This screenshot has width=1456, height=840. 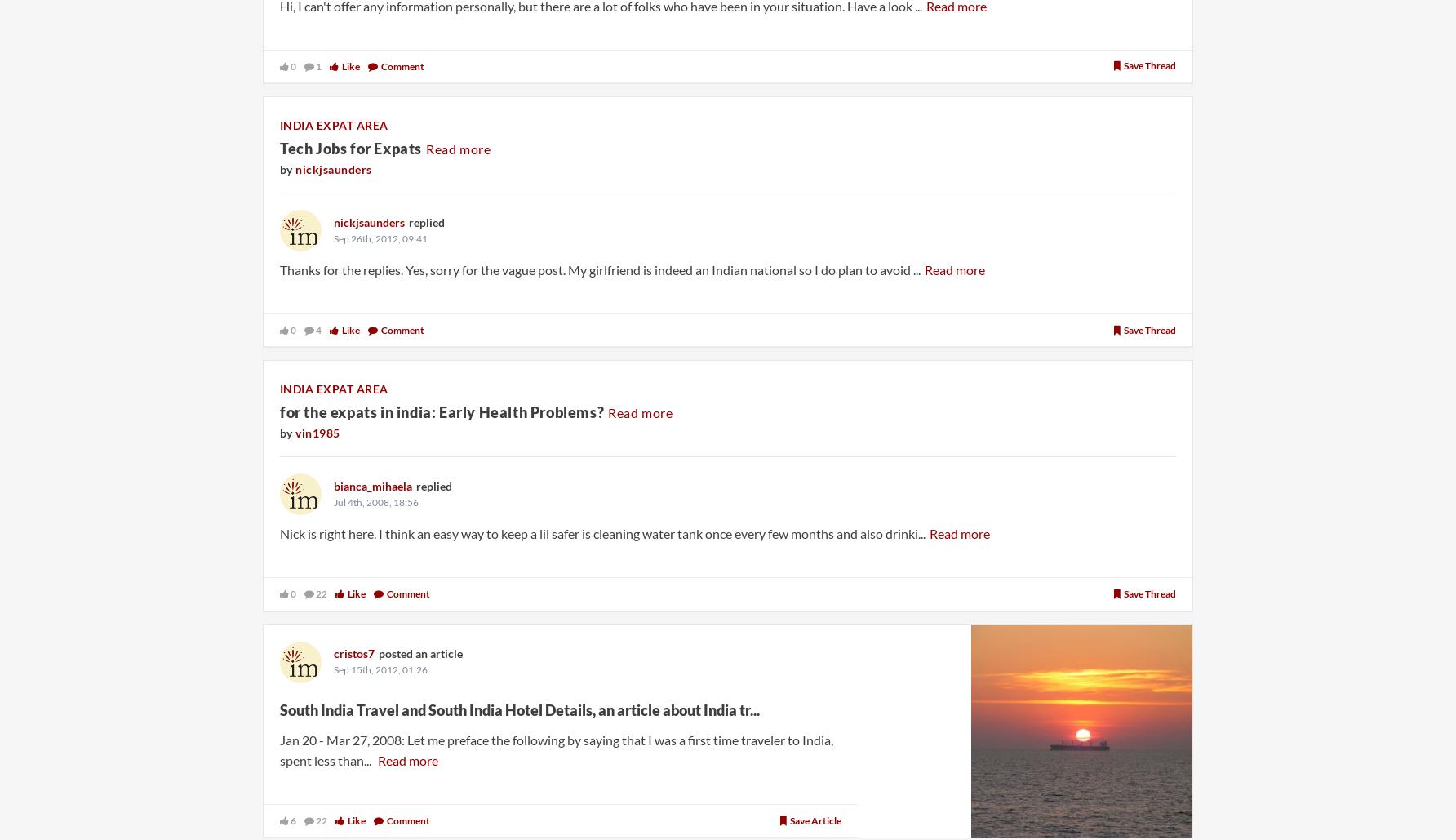 What do you see at coordinates (317, 64) in the screenshot?
I see `'1'` at bounding box center [317, 64].